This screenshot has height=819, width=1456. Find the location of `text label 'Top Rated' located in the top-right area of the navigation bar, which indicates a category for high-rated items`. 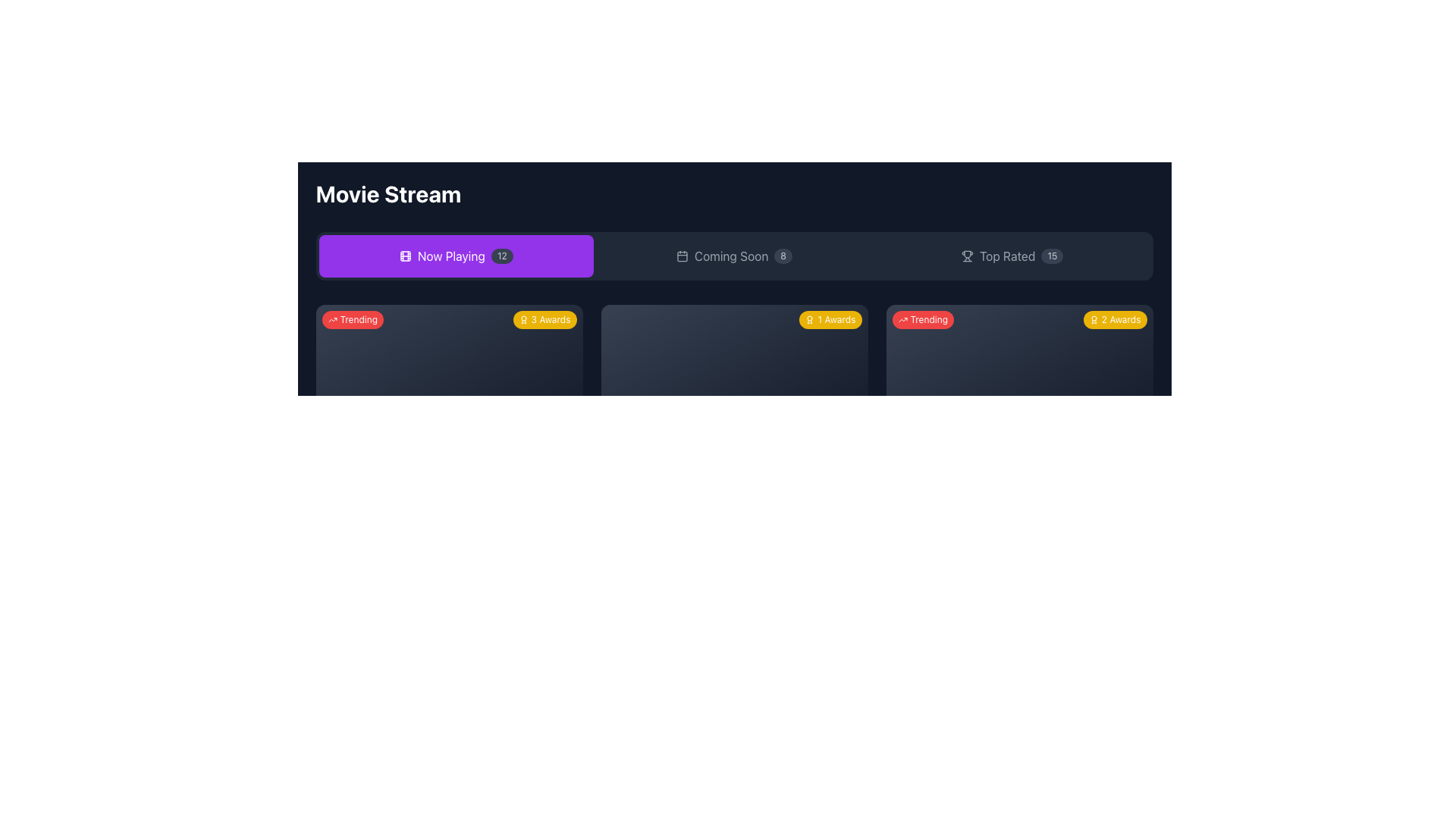

text label 'Top Rated' located in the top-right area of the navigation bar, which indicates a category for high-rated items is located at coordinates (1007, 256).